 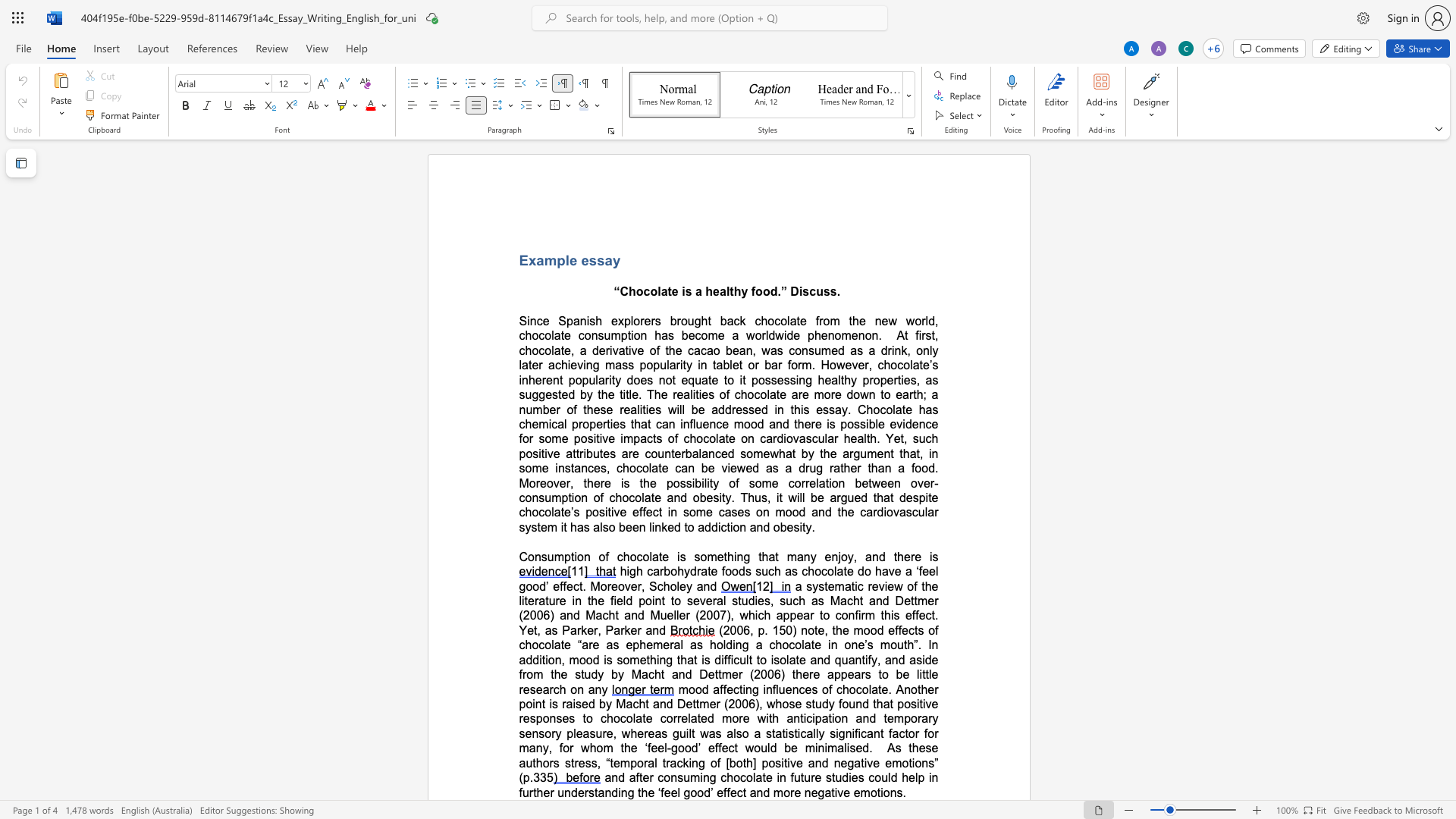 I want to click on the space between the continuous character "e" and "w" in the text, so click(x=770, y=453).